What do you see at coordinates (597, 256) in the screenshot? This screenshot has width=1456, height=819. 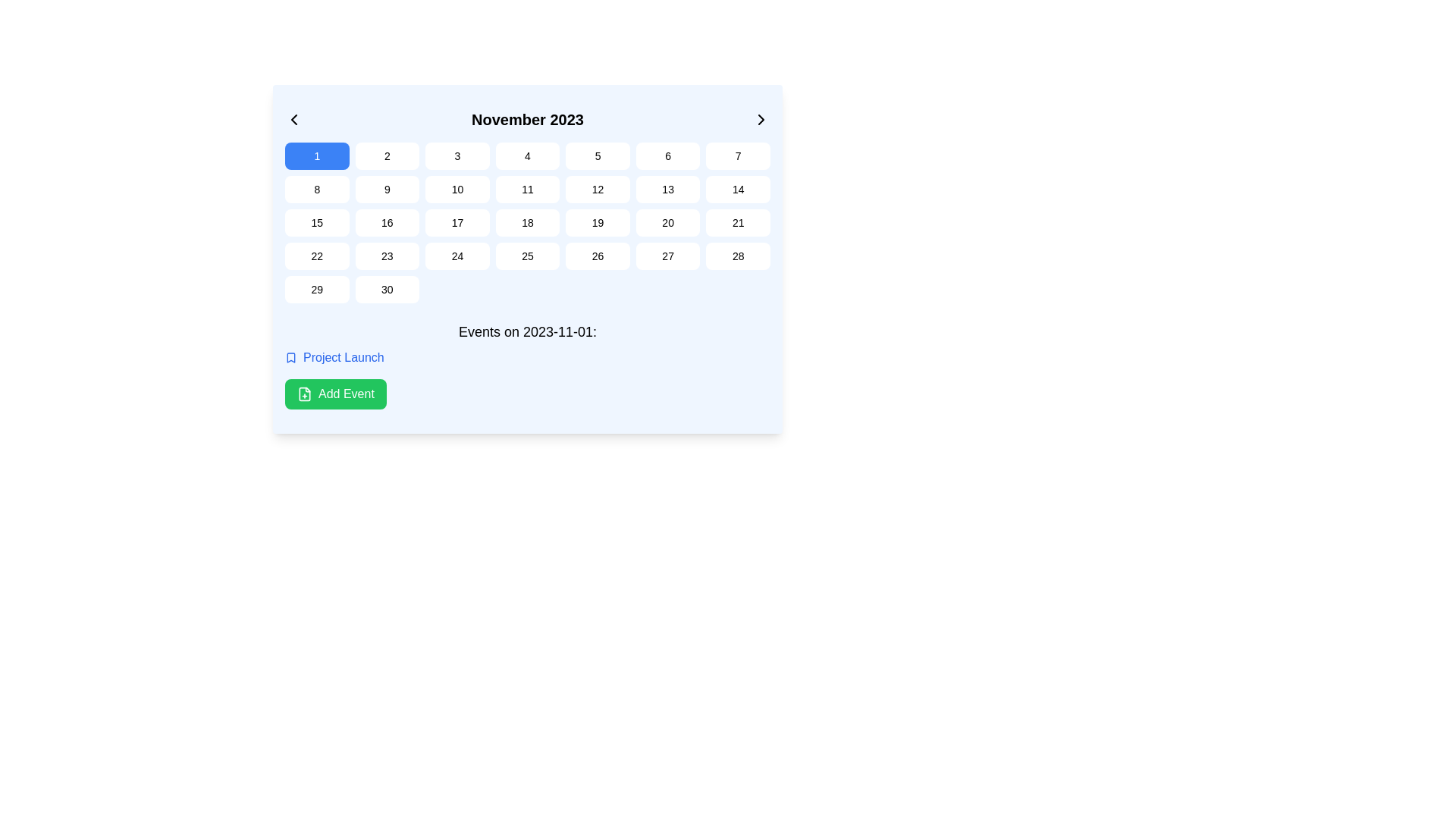 I see `the square-shaped button with a rounded border and black text '26' centered inside, located in the last row of the calendar grid, fifth column` at bounding box center [597, 256].